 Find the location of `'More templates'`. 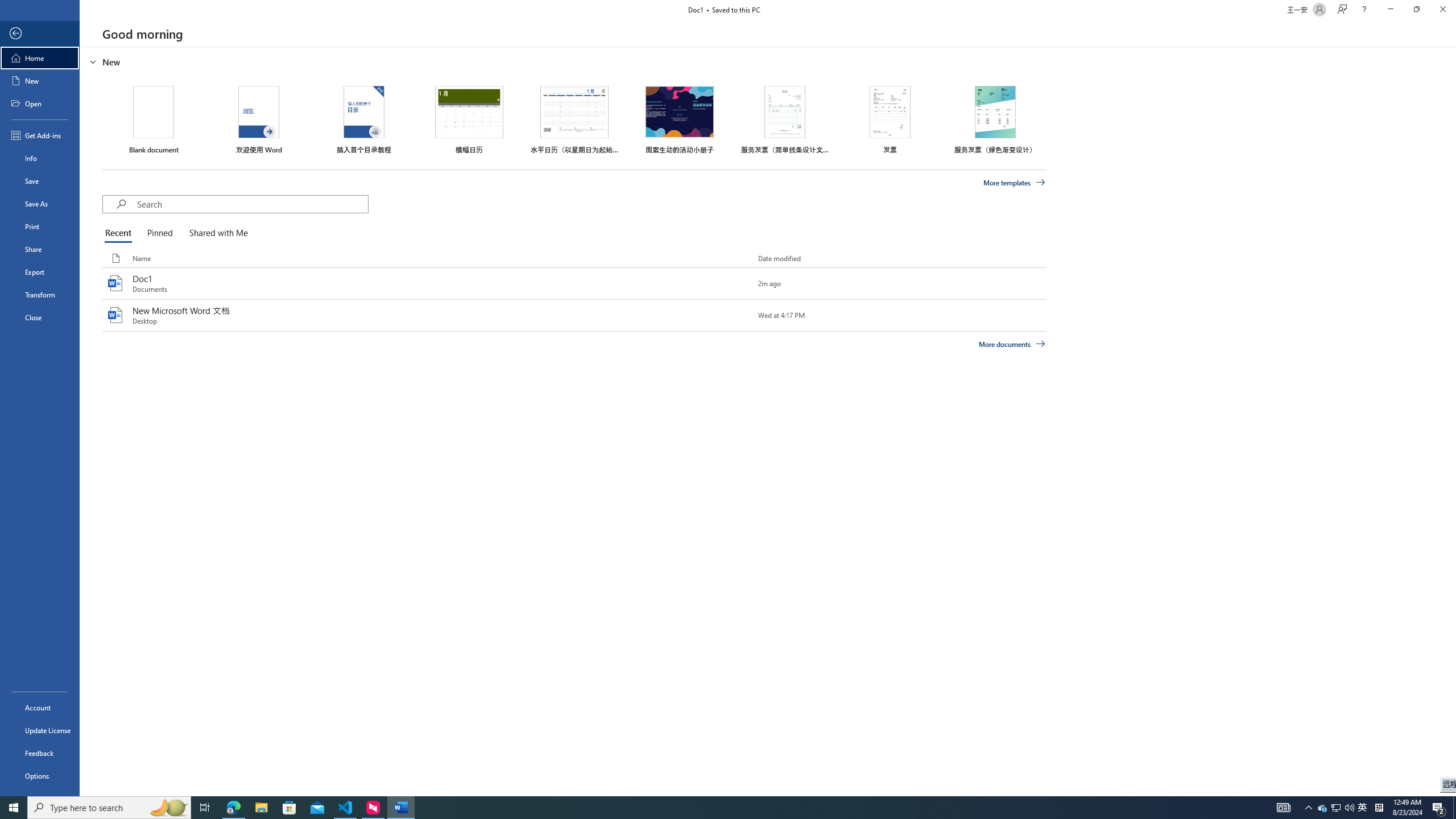

'More templates' is located at coordinates (1015, 183).